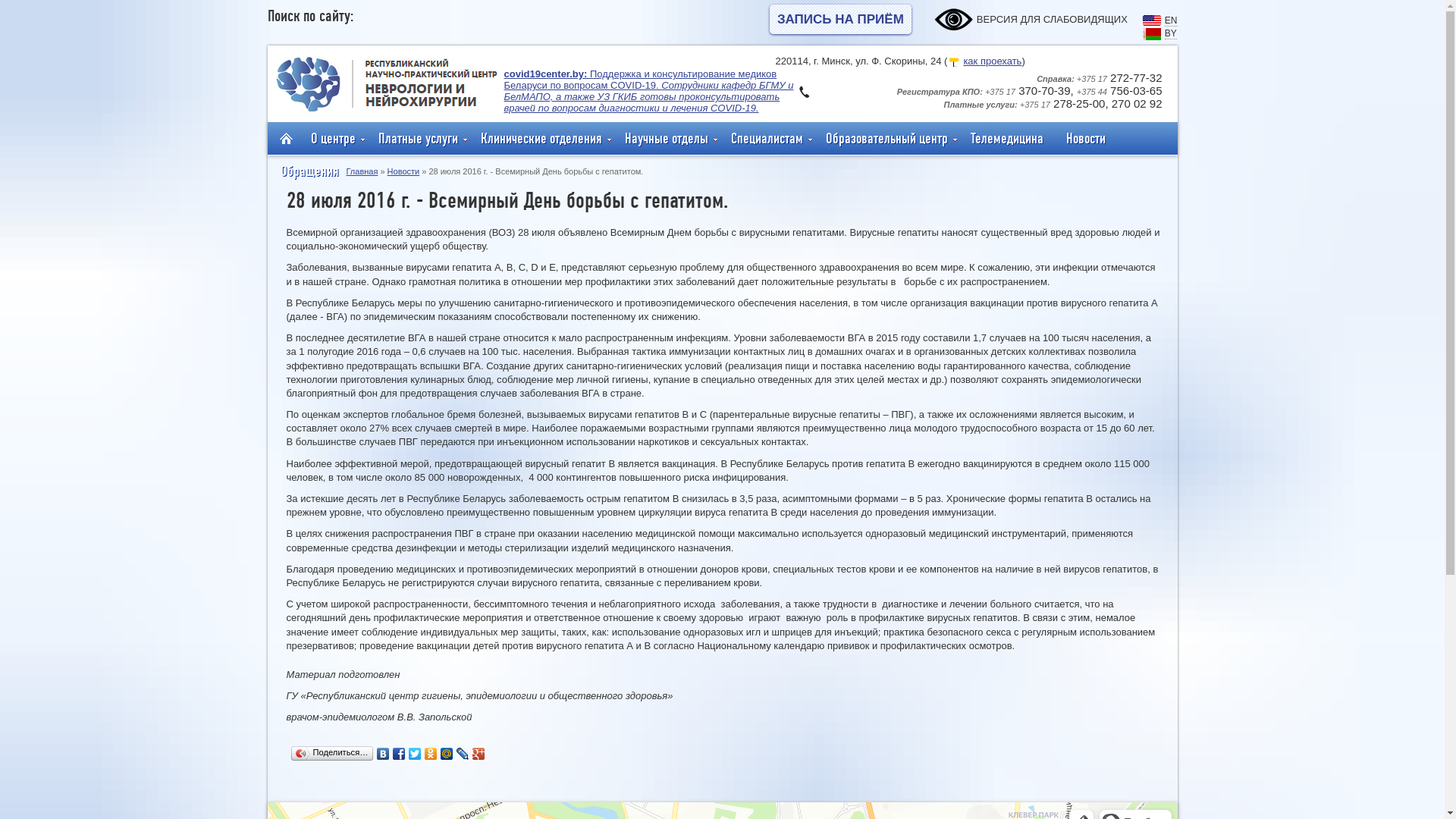  Describe the element at coordinates (1170, 20) in the screenshot. I see `'EN'` at that location.